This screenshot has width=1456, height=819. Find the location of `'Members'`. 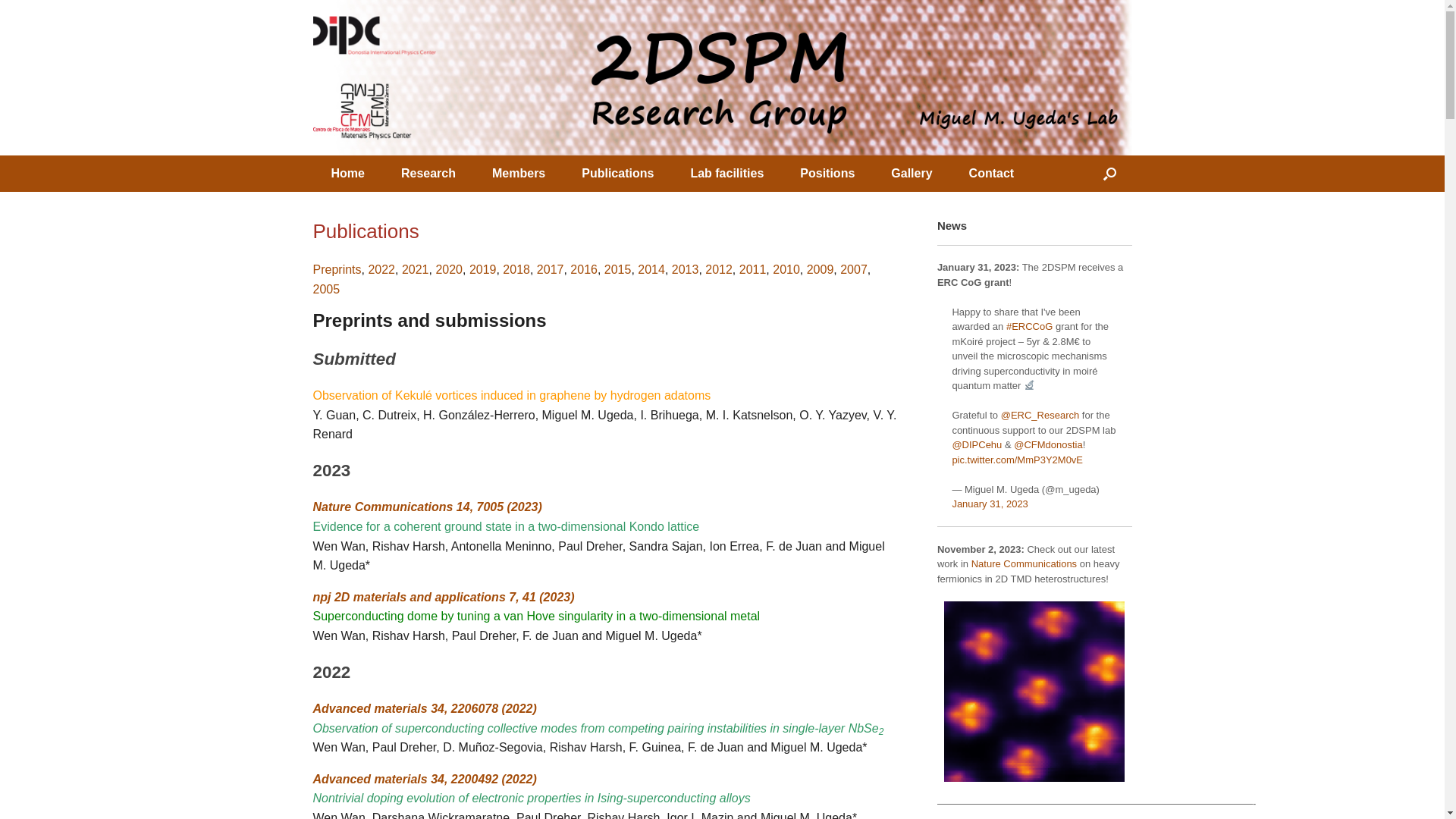

'Members' is located at coordinates (518, 172).